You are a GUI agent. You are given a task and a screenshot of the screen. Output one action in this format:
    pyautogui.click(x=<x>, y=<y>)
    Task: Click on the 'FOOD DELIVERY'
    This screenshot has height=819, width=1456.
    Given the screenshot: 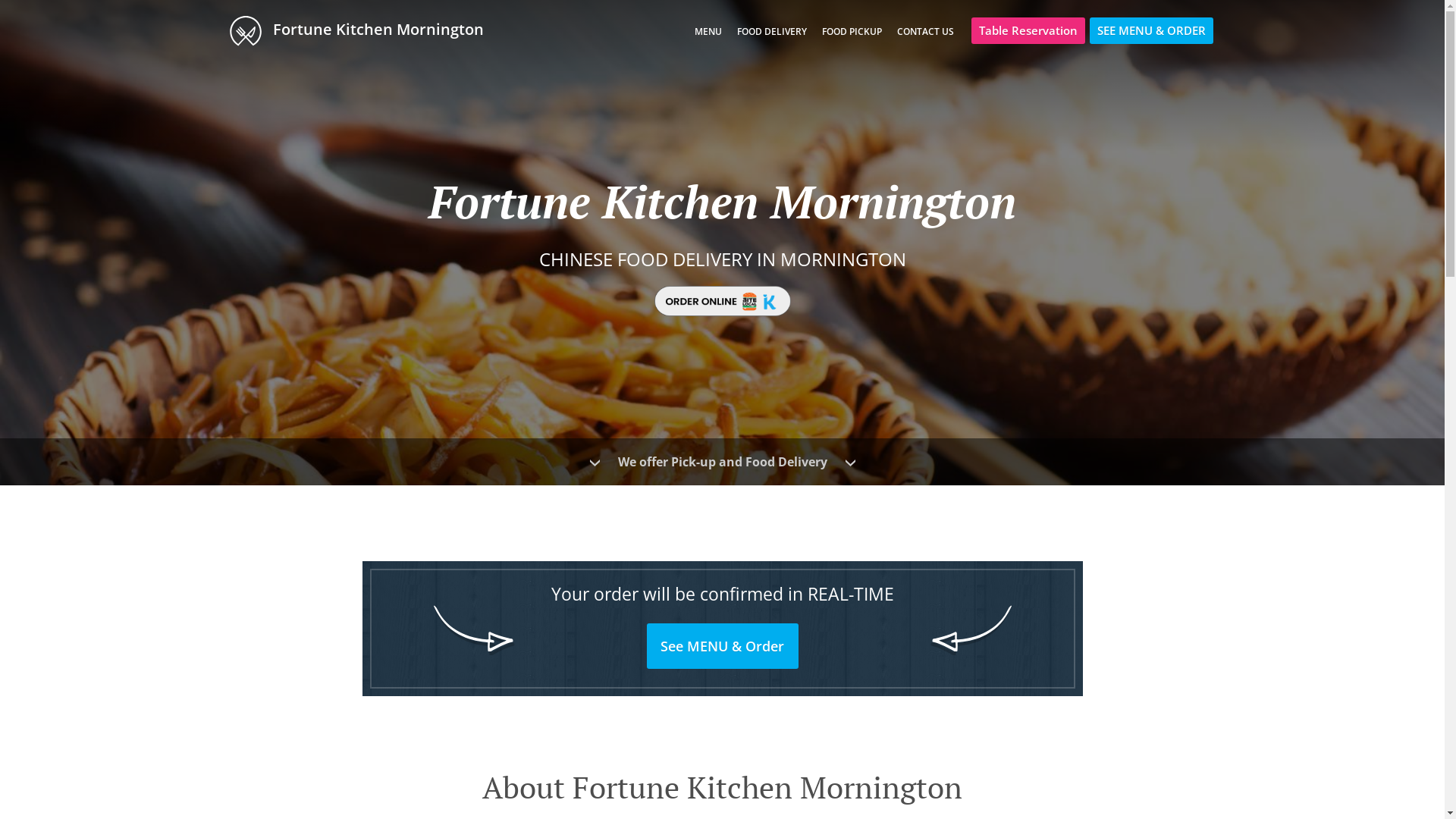 What is the action you would take?
    pyautogui.click(x=771, y=31)
    